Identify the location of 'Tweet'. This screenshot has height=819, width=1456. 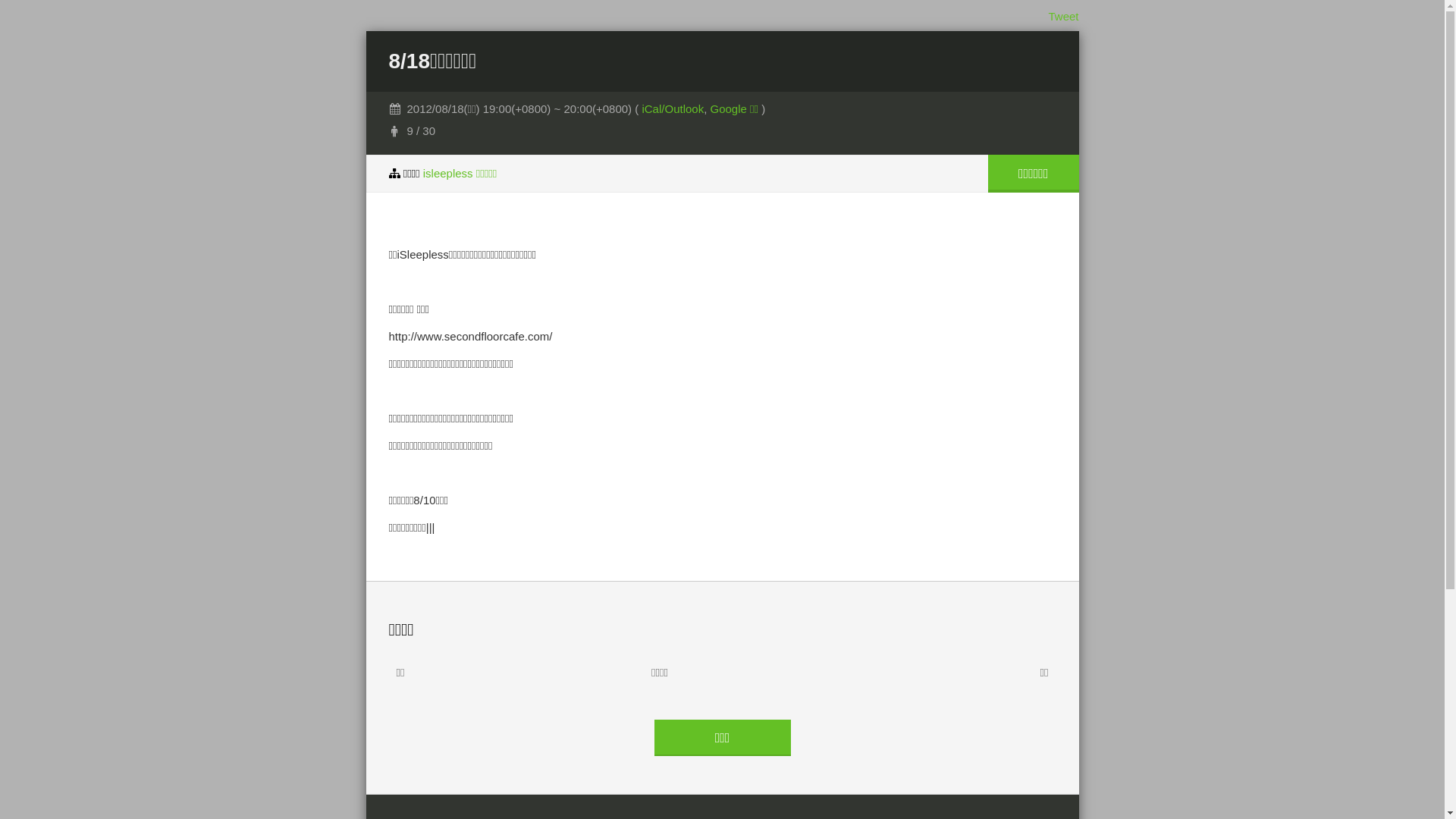
(1062, 16).